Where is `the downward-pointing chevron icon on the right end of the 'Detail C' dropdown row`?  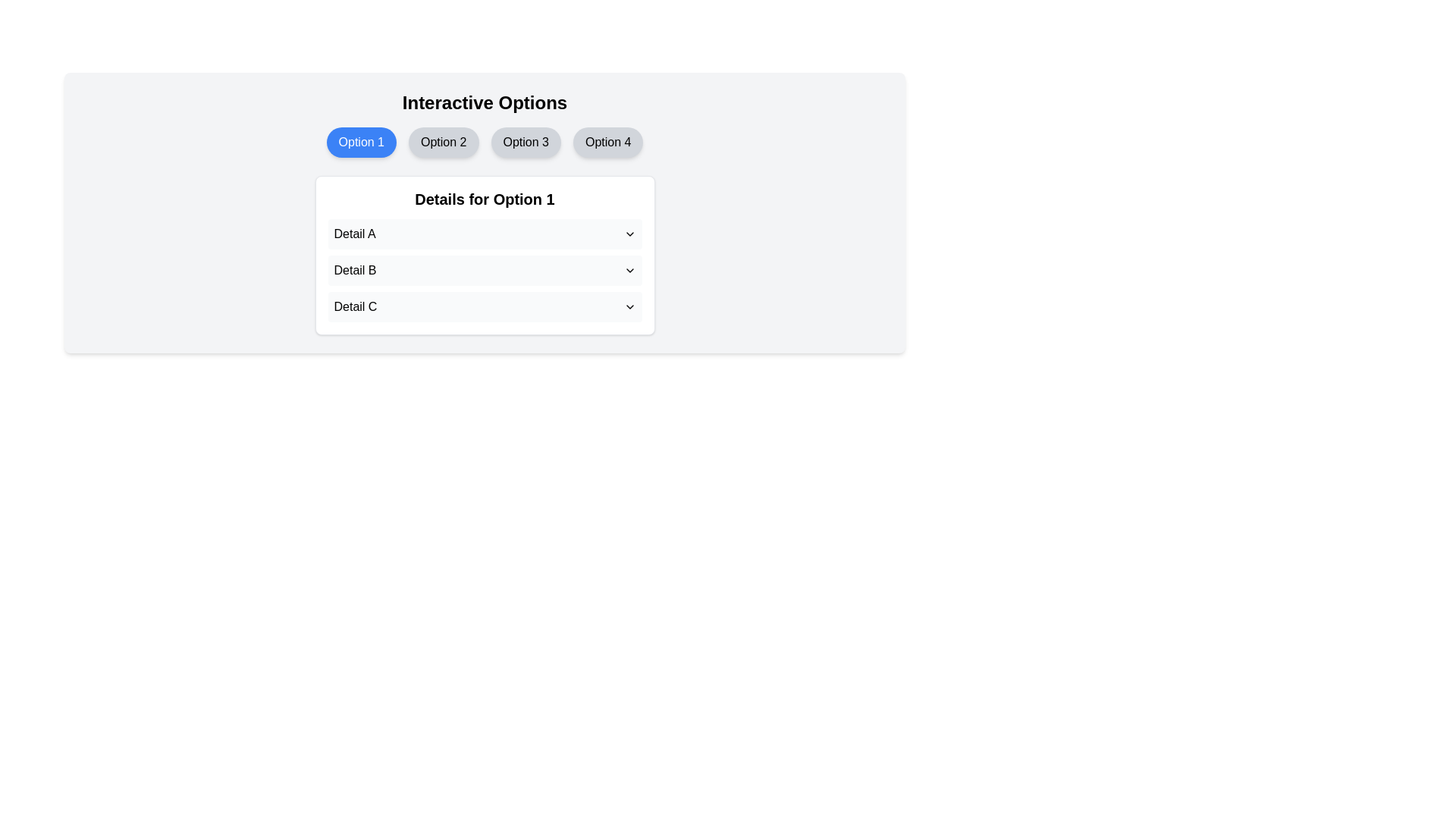 the downward-pointing chevron icon on the right end of the 'Detail C' dropdown row is located at coordinates (629, 307).